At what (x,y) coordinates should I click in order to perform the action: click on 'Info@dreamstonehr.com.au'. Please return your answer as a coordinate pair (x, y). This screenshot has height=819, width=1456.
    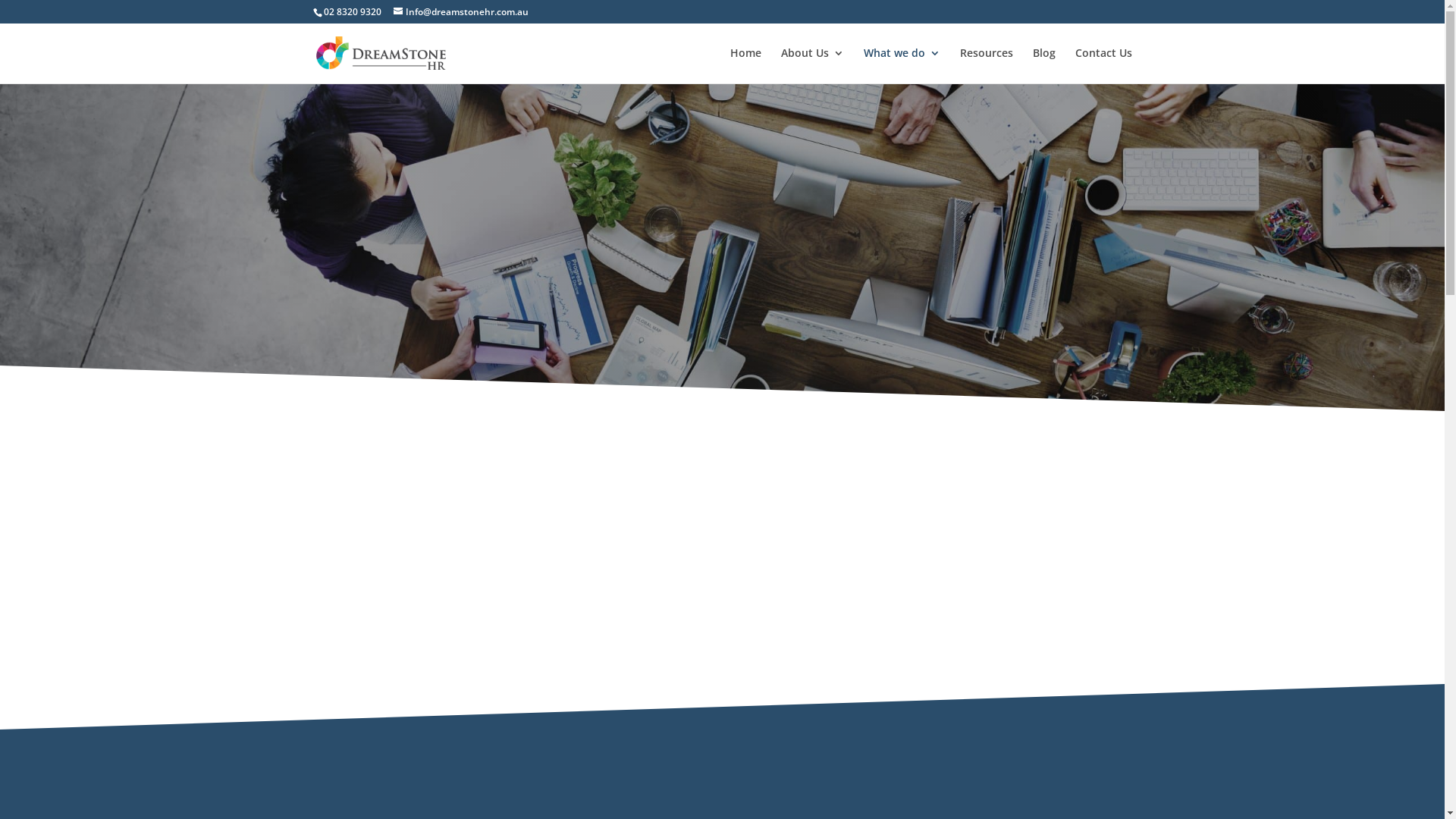
    Looking at the image, I should click on (459, 11).